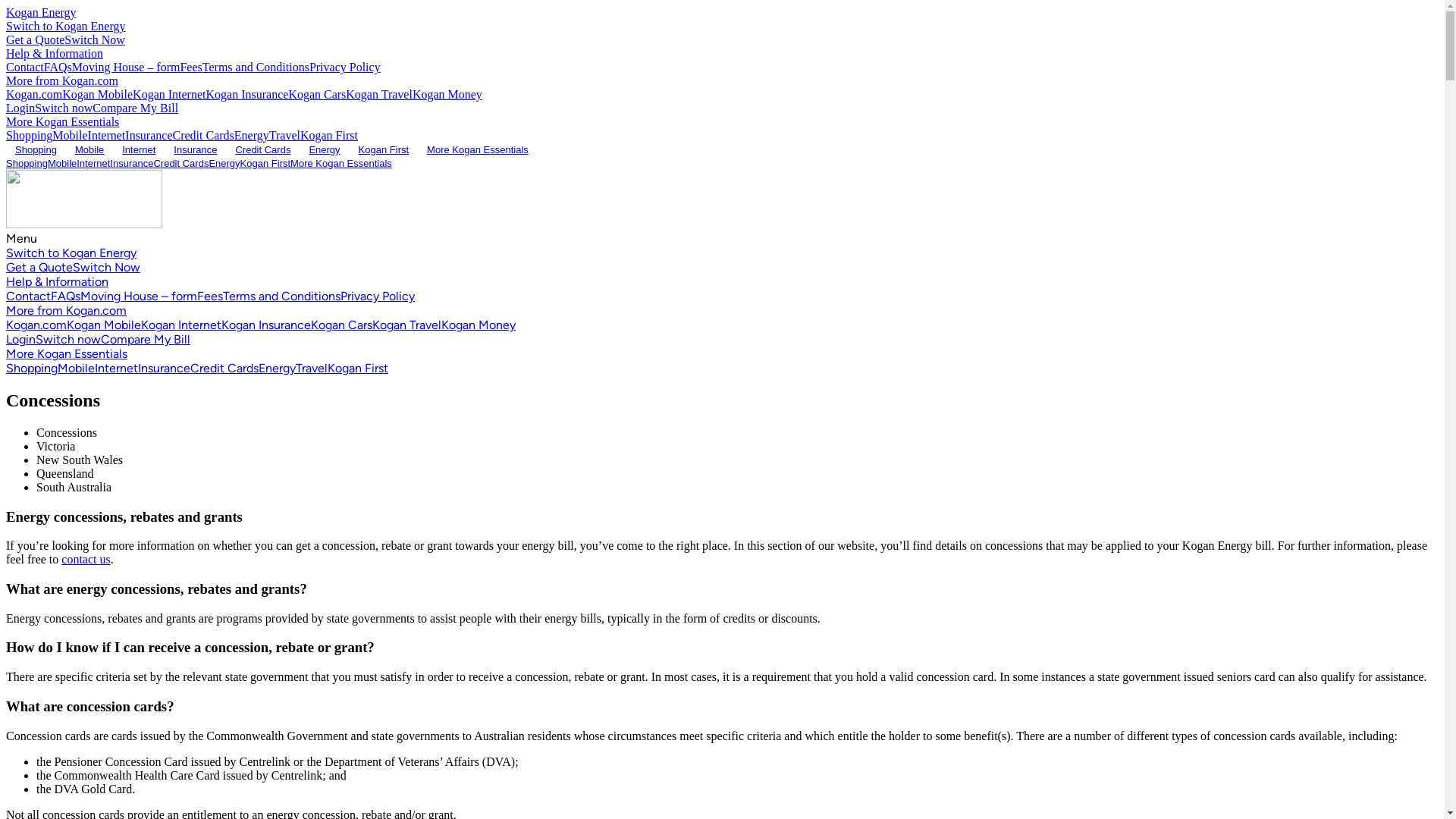  What do you see at coordinates (224, 368) in the screenshot?
I see `'Credit Cards'` at bounding box center [224, 368].